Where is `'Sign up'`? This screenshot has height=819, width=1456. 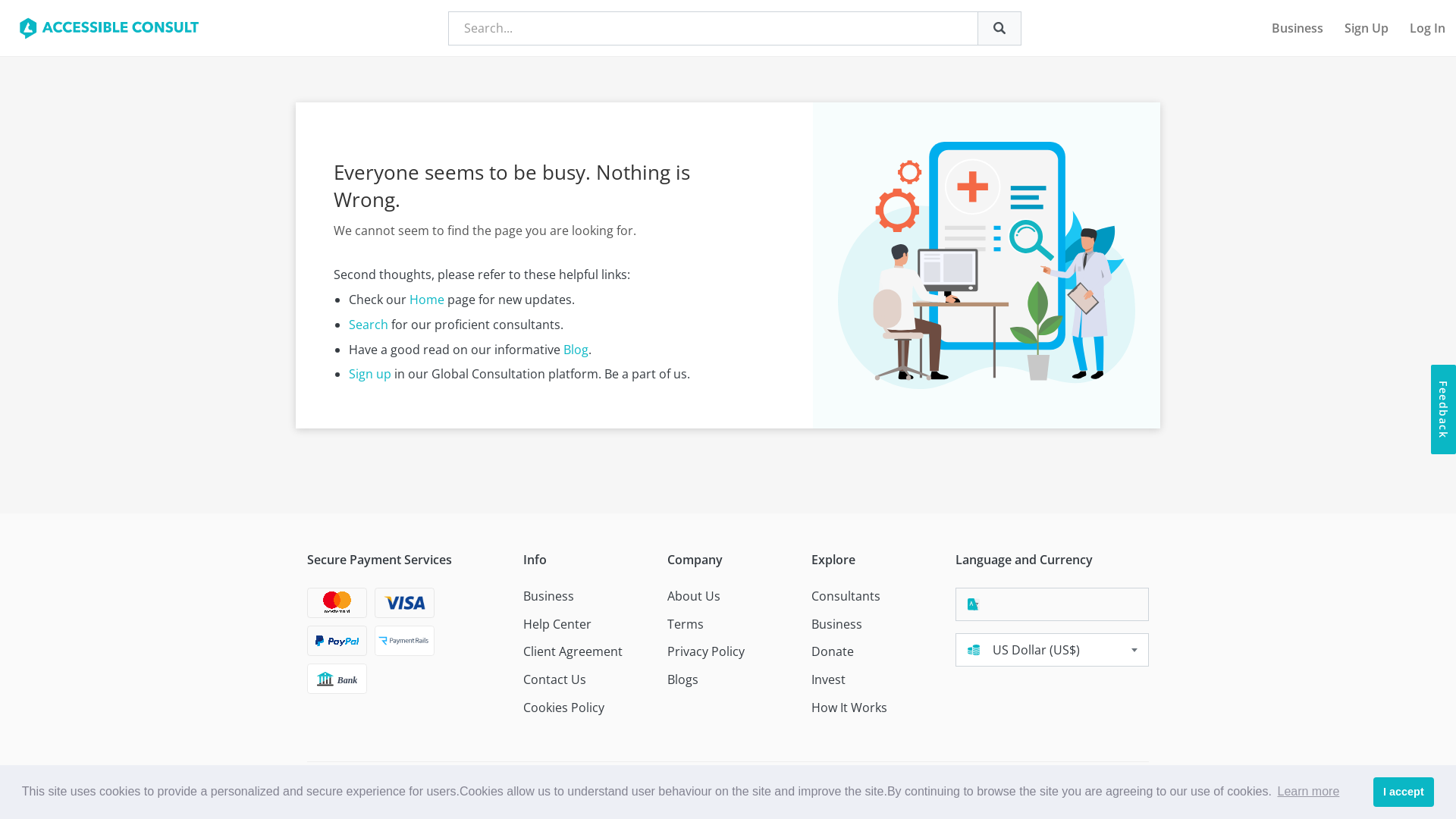
'Sign up' is located at coordinates (370, 374).